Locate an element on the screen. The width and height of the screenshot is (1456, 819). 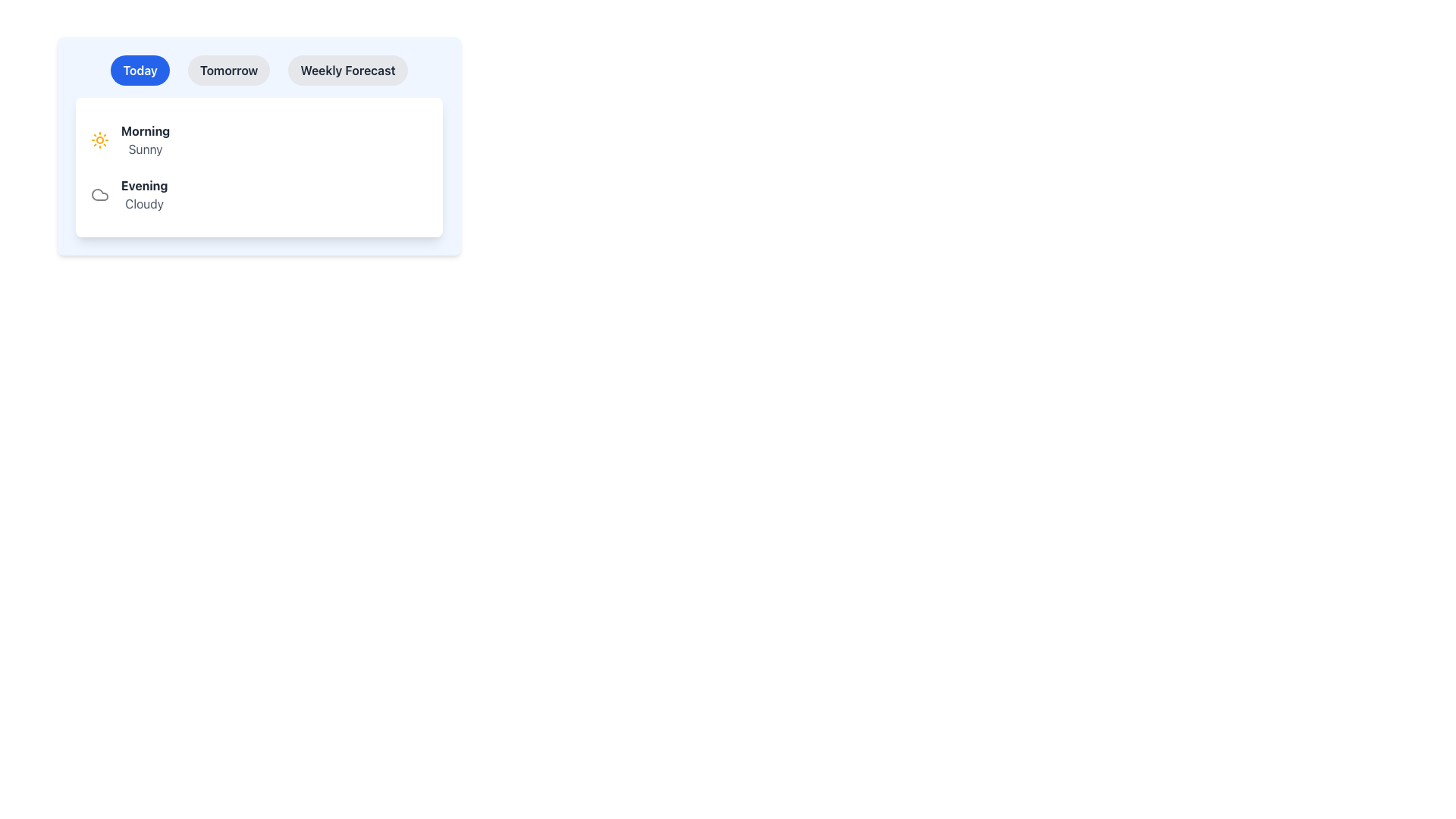
the 'Morning' and 'Sunny' text label in the 'Today' section, which is the first element in a vertical list, centrally positioned with an orange sun icon to the left is located at coordinates (146, 140).